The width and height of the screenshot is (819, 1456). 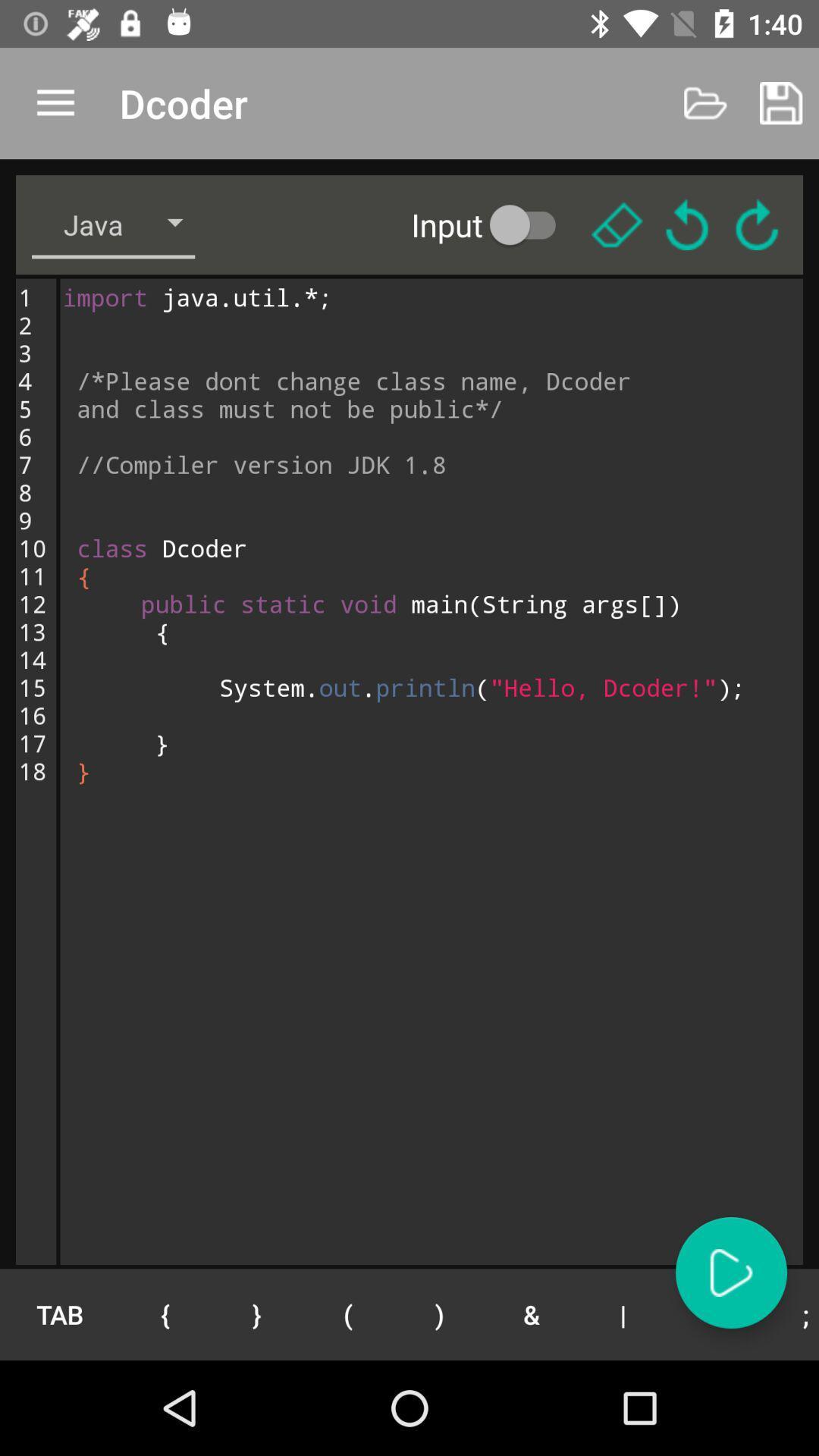 What do you see at coordinates (55, 102) in the screenshot?
I see `the icon next to the dcoder app` at bounding box center [55, 102].